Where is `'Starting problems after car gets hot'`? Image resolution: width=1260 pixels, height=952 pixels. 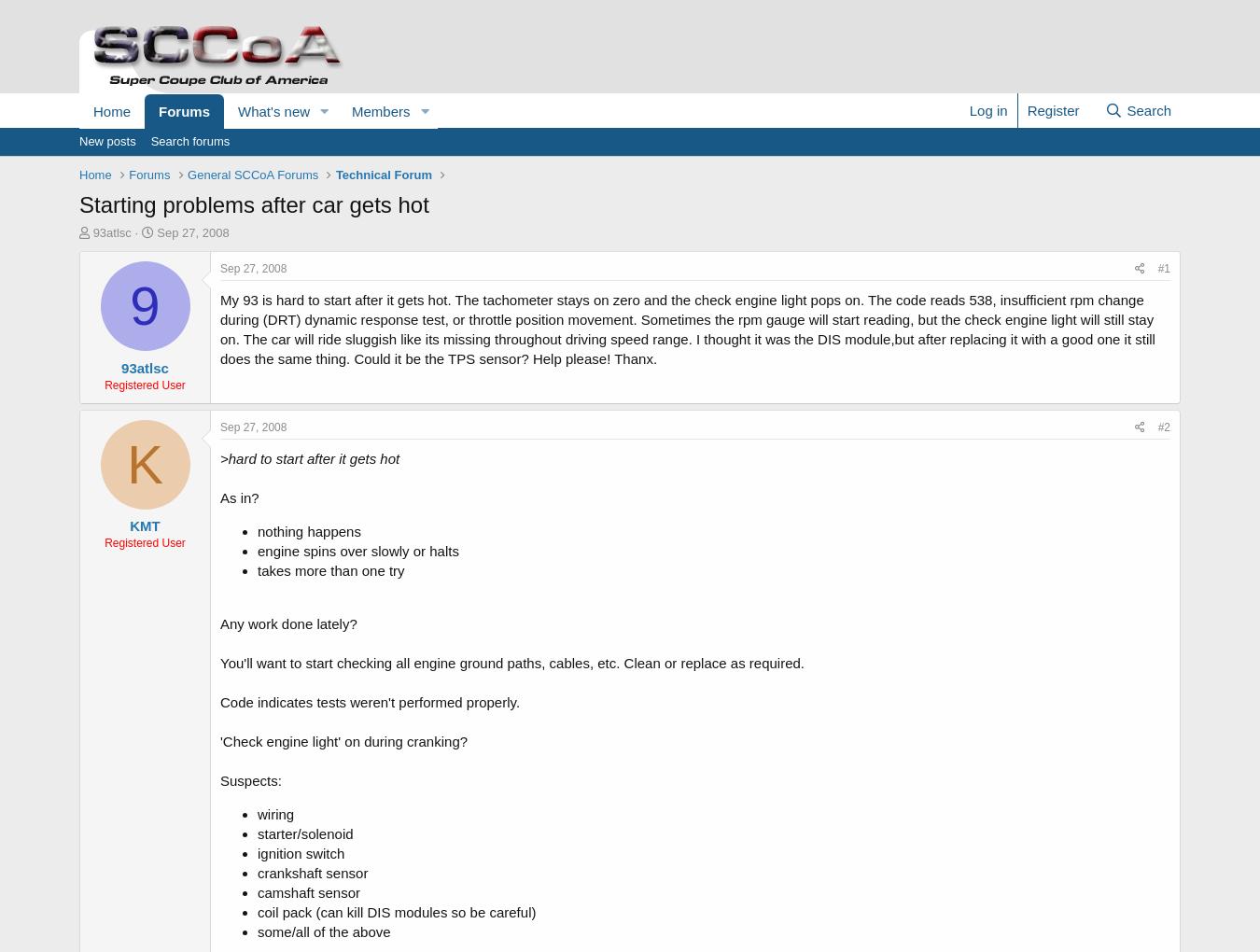 'Starting problems after car gets hot' is located at coordinates (253, 203).